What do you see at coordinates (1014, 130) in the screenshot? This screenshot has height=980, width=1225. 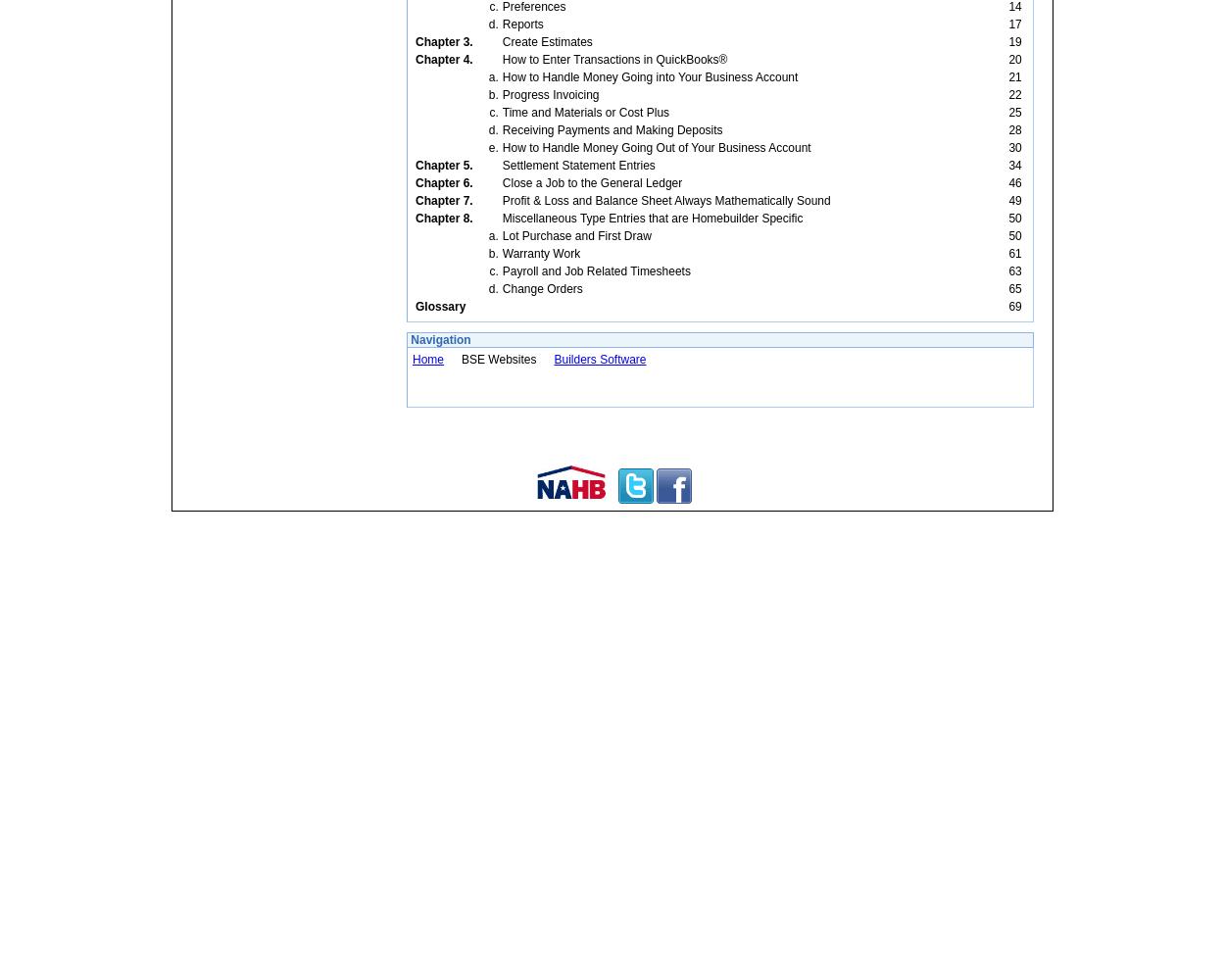 I see `'28'` at bounding box center [1014, 130].